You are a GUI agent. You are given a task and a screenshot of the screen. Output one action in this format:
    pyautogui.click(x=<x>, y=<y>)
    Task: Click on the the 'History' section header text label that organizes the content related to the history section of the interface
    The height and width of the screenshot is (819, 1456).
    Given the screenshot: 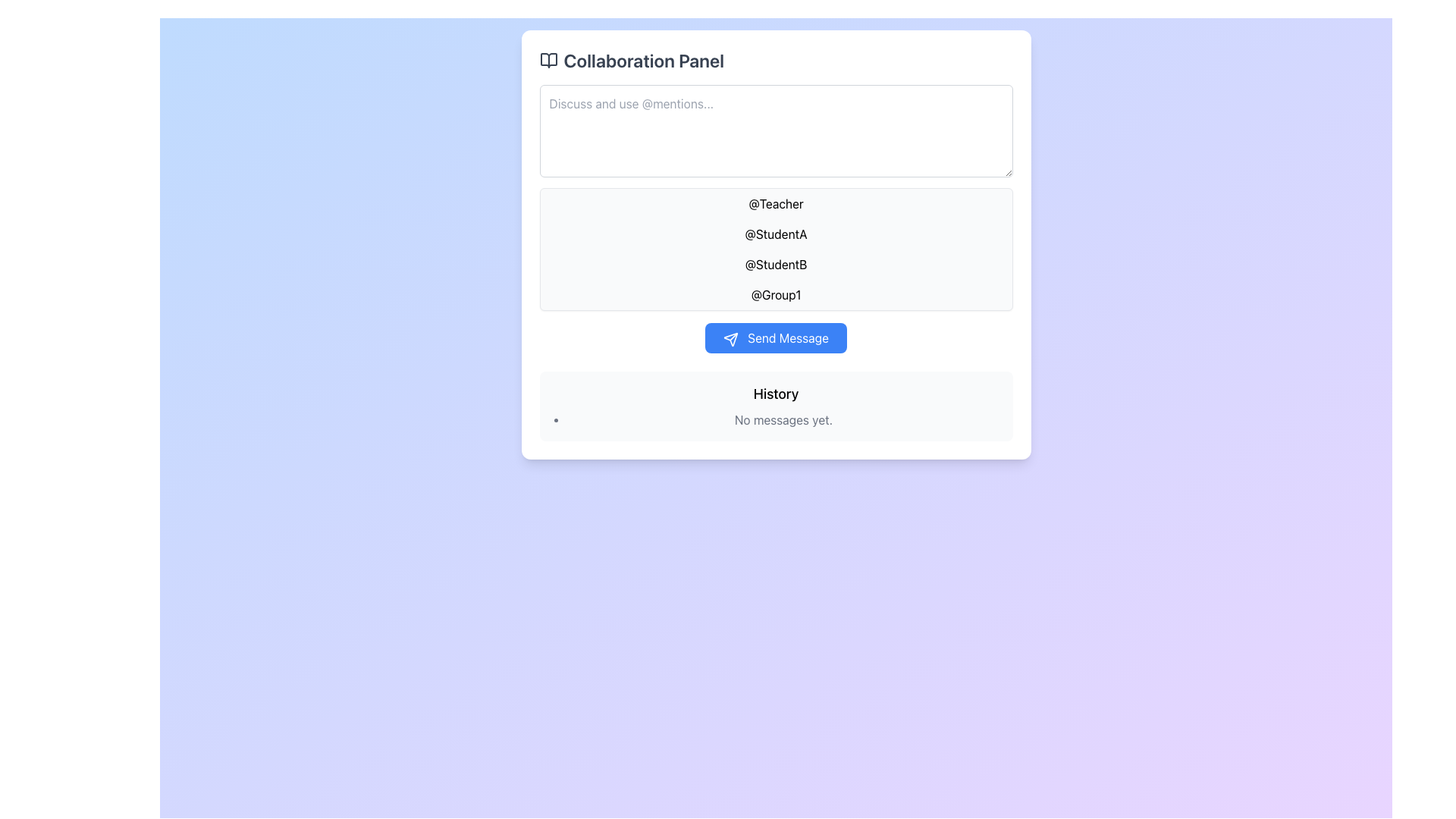 What is the action you would take?
    pyautogui.click(x=776, y=394)
    